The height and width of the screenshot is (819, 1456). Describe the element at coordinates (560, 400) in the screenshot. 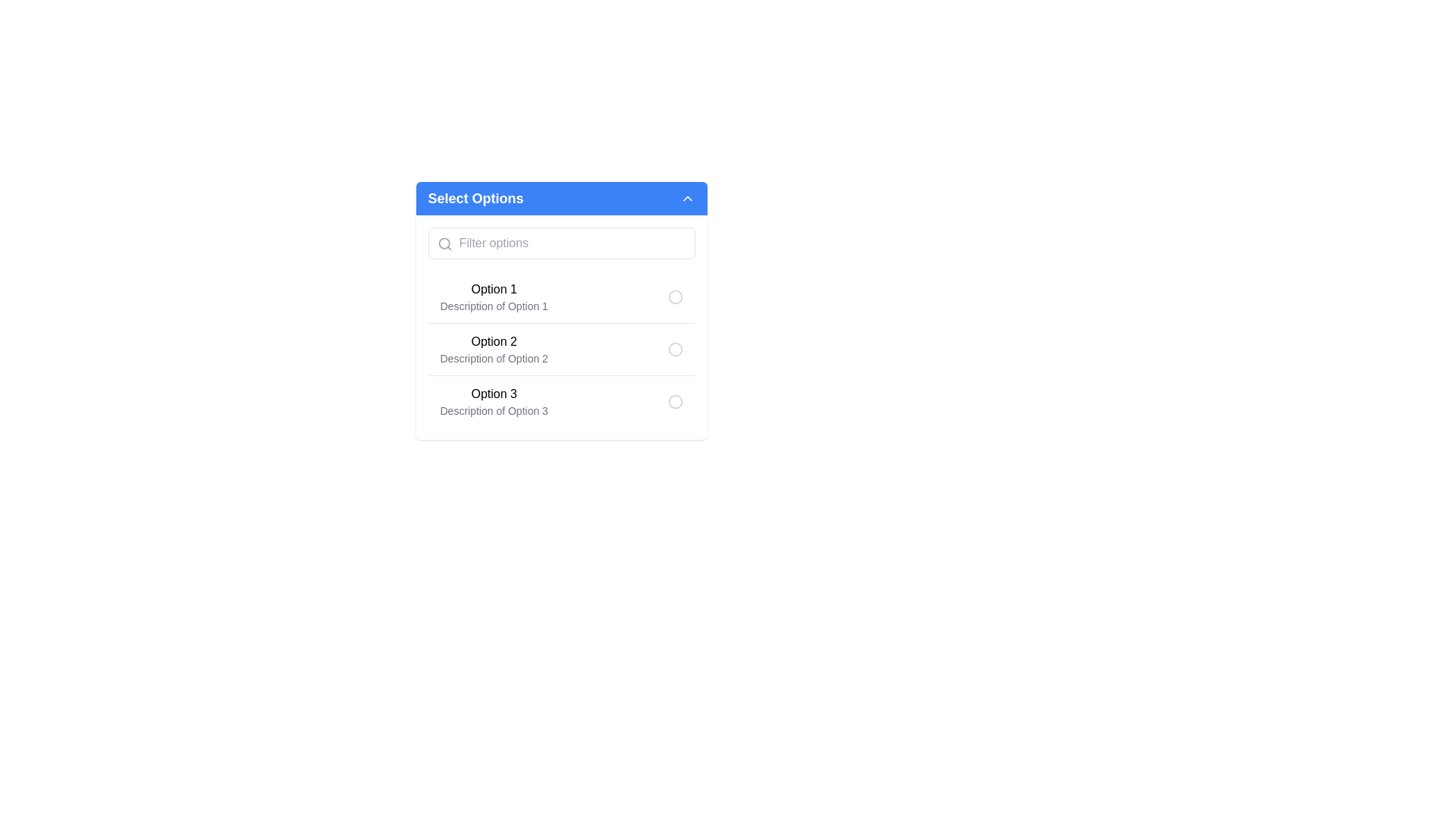

I see `the third option in the dropdown menu` at that location.